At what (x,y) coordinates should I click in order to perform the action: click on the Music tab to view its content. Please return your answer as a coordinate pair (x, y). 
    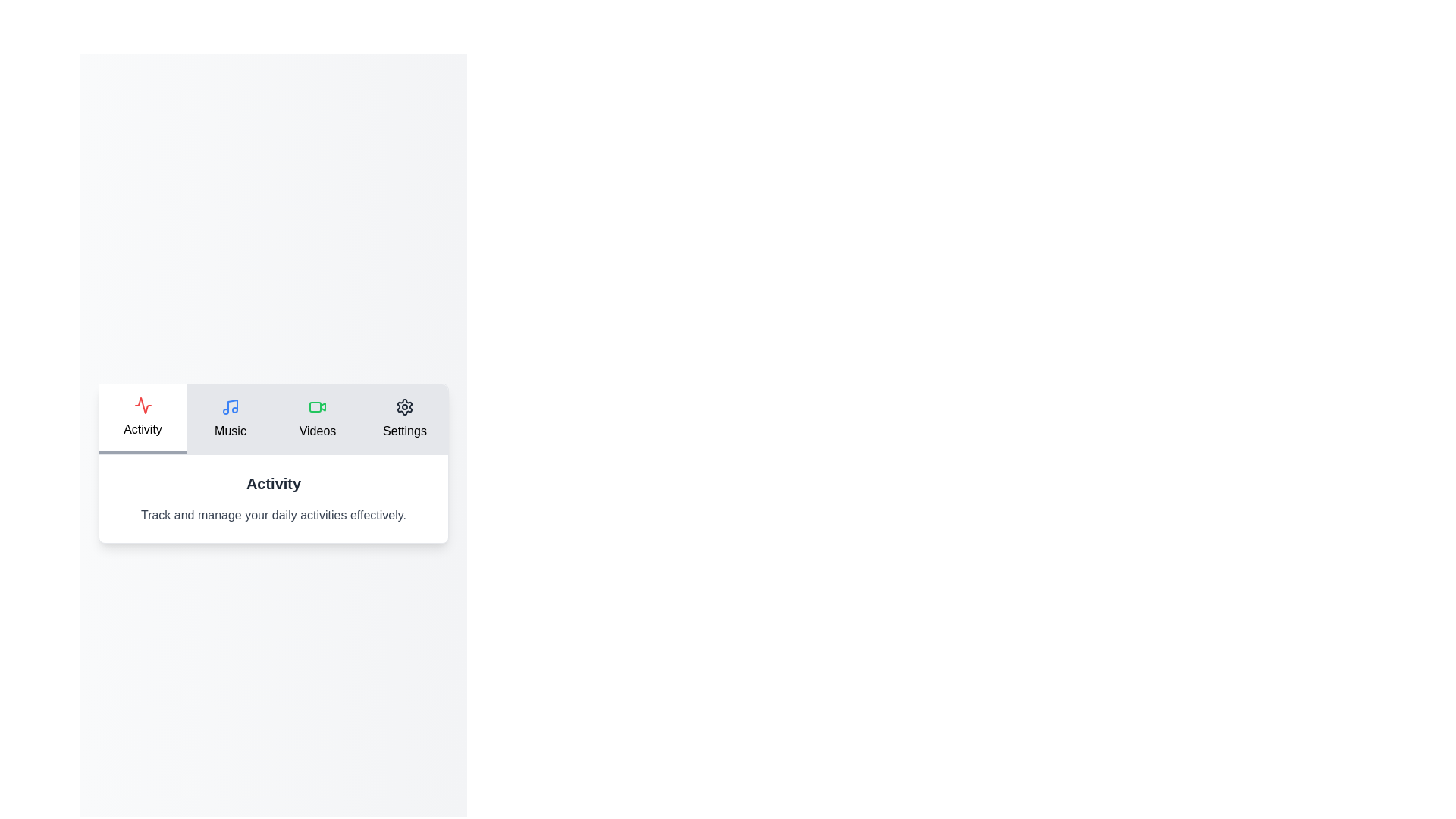
    Looking at the image, I should click on (229, 419).